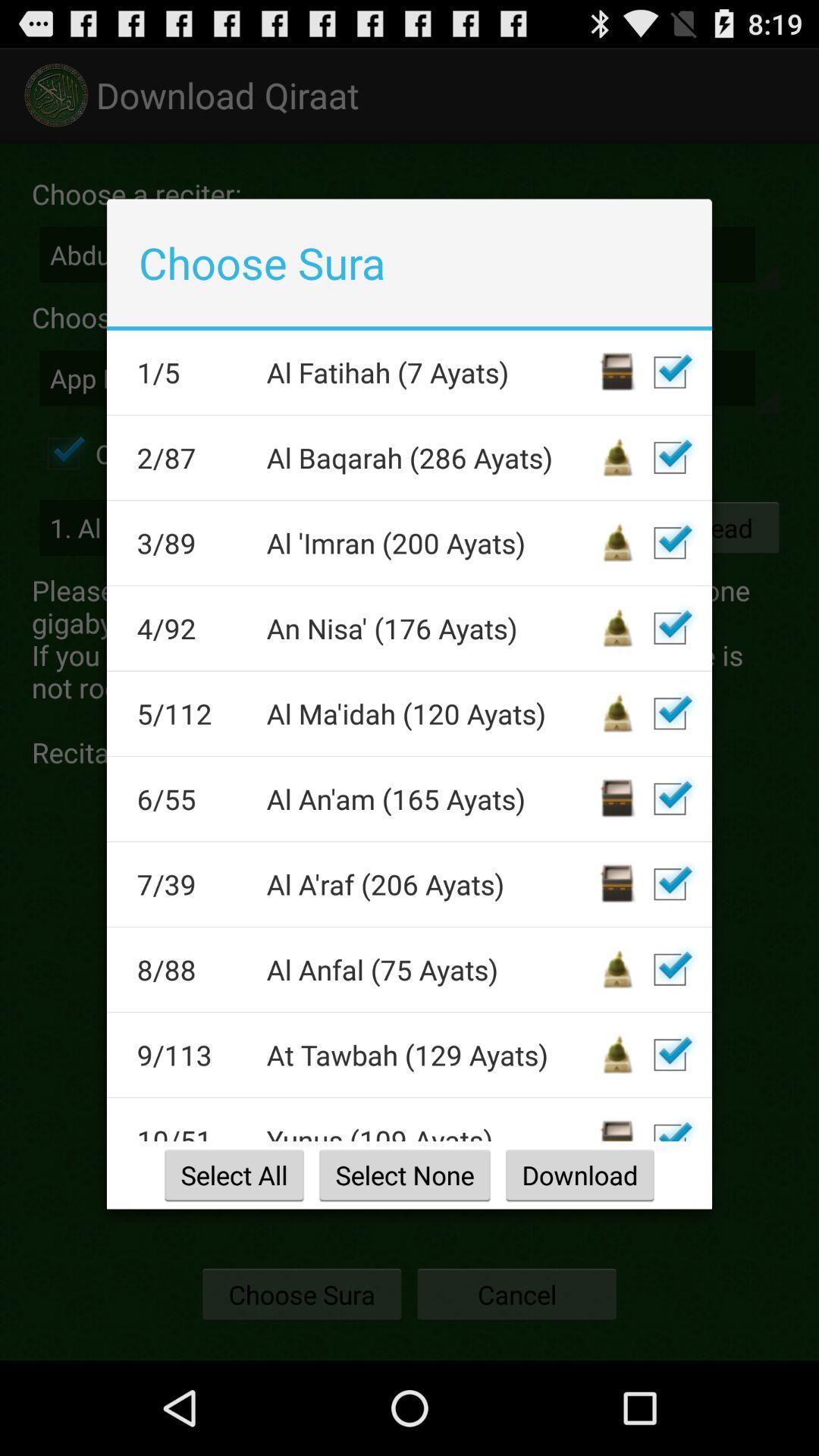 Image resolution: width=819 pixels, height=1456 pixels. What do you see at coordinates (669, 628) in the screenshot?
I see `item` at bounding box center [669, 628].